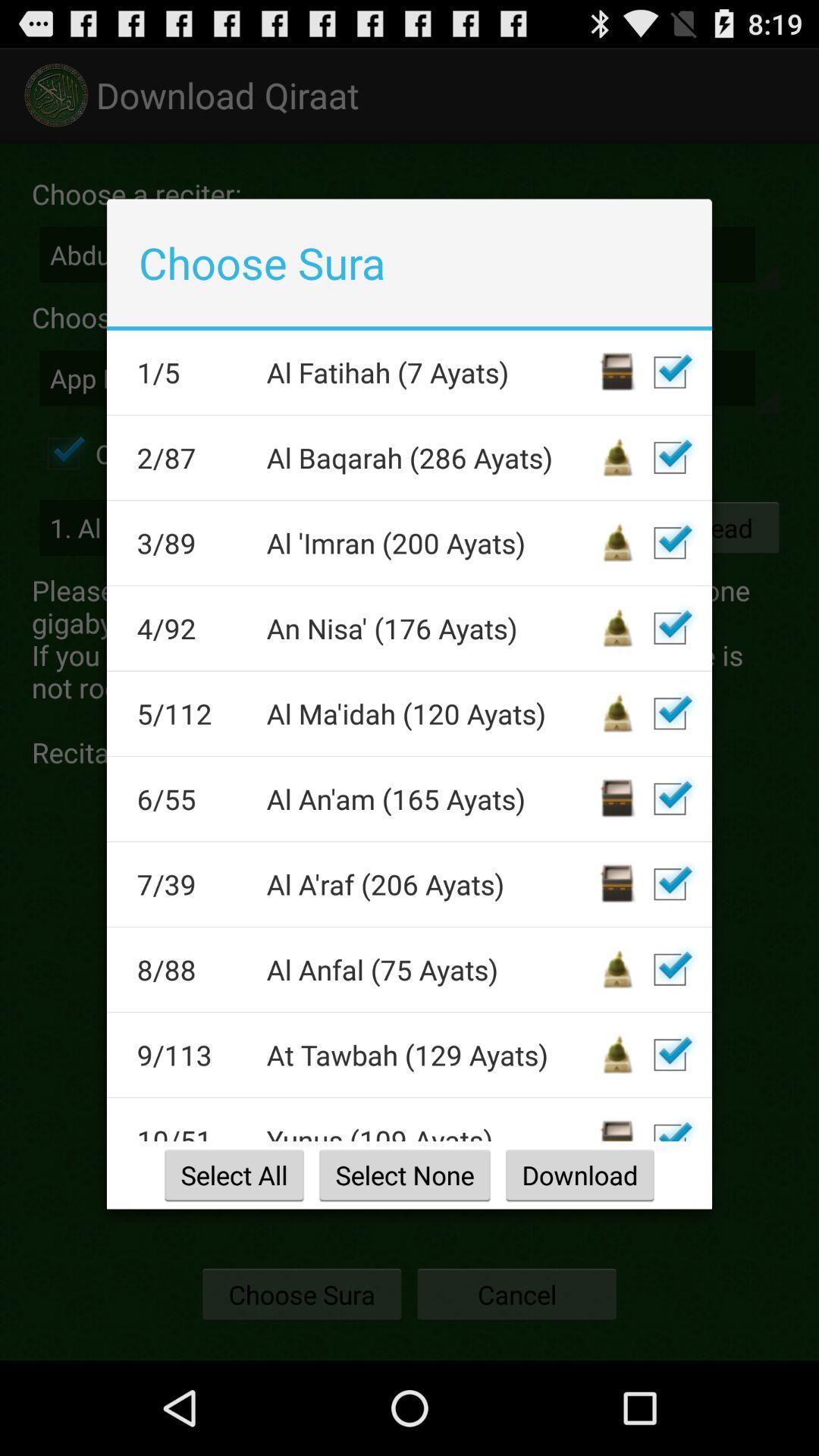 Image resolution: width=819 pixels, height=1456 pixels. What do you see at coordinates (669, 628) in the screenshot?
I see `item` at bounding box center [669, 628].